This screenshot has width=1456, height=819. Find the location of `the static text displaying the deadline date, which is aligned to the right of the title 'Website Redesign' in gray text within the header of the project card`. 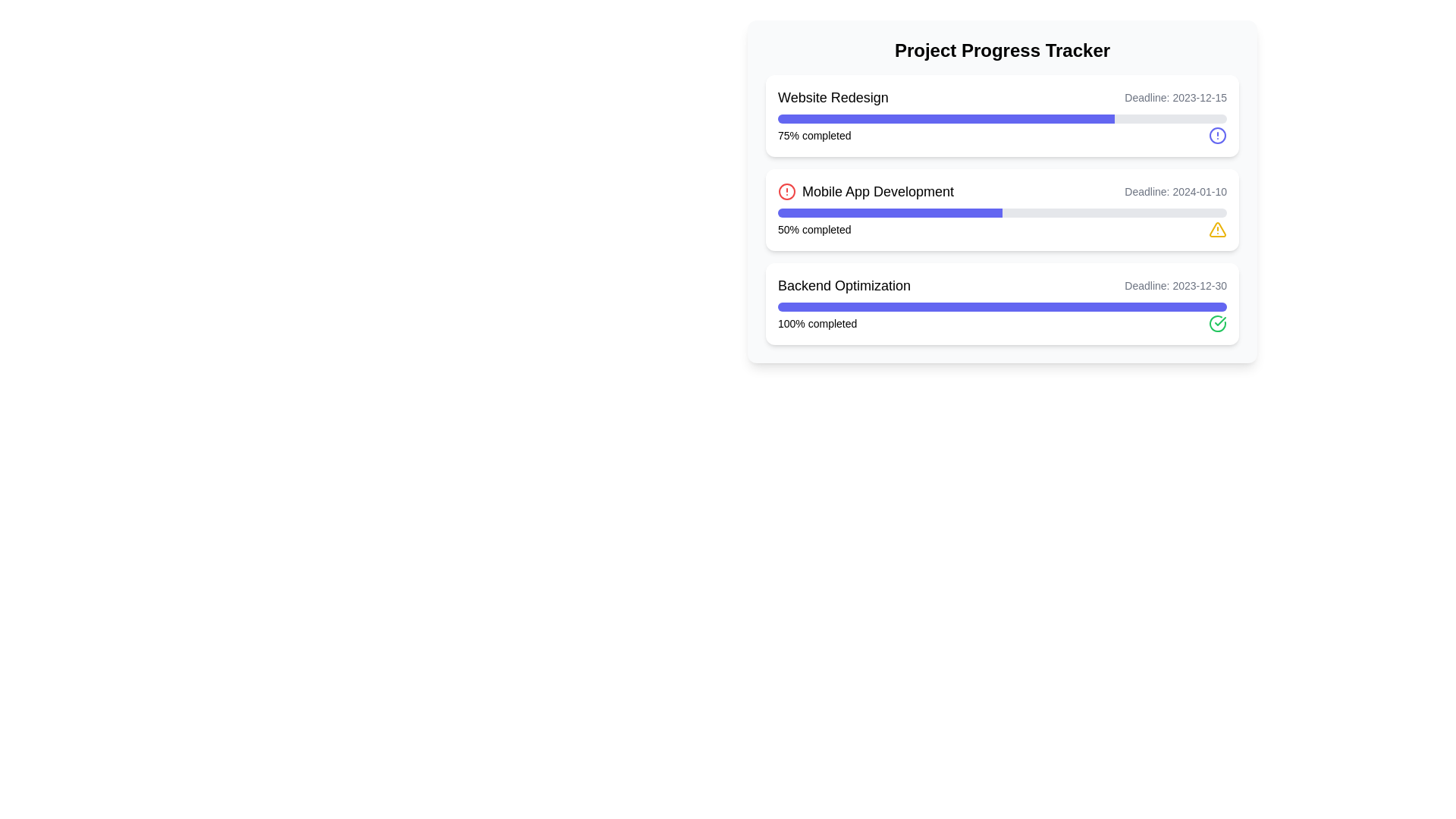

the static text displaying the deadline date, which is aligned to the right of the title 'Website Redesign' in gray text within the header of the project card is located at coordinates (1175, 97).